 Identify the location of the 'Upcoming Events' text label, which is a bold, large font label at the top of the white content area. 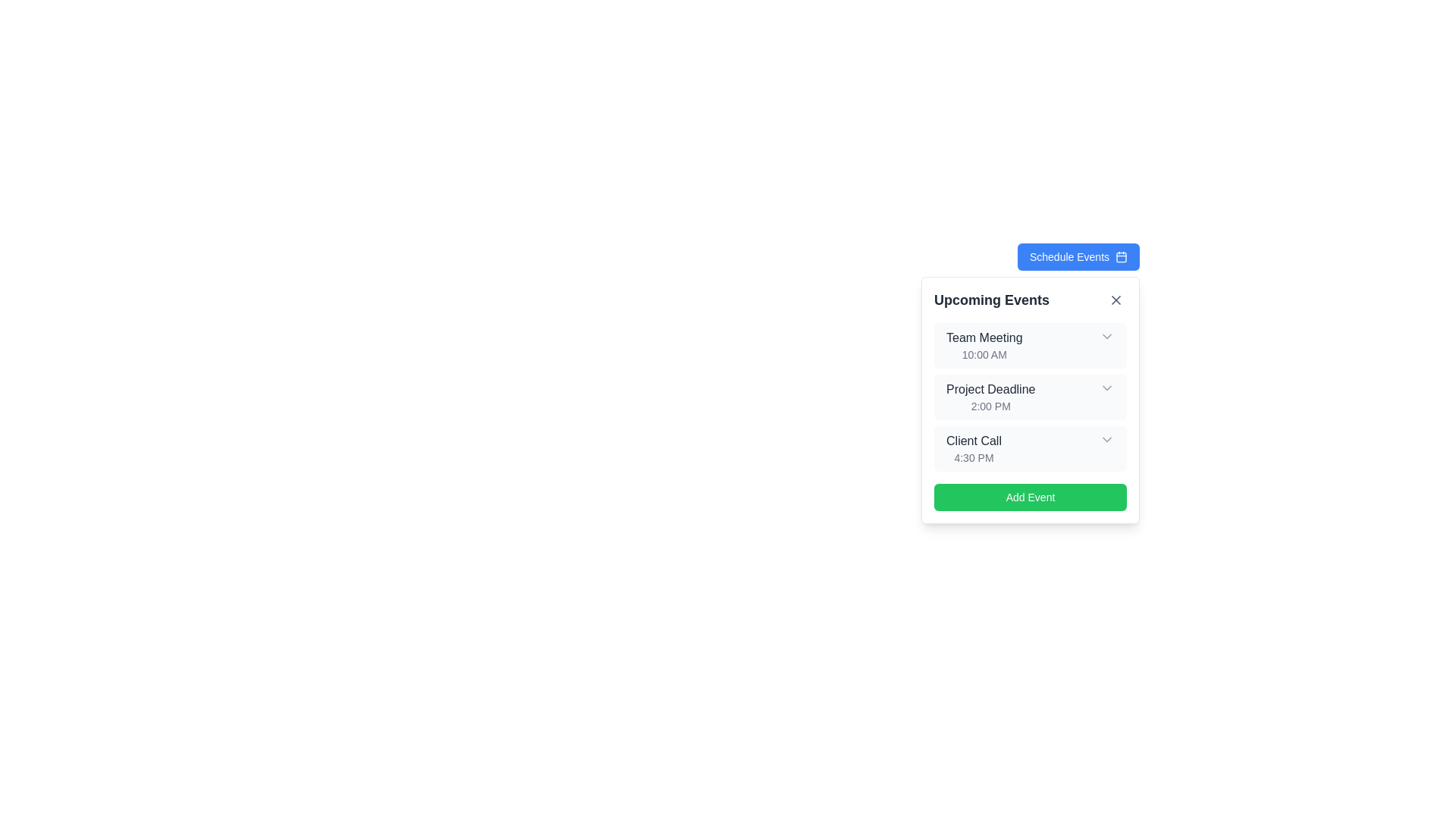
(992, 300).